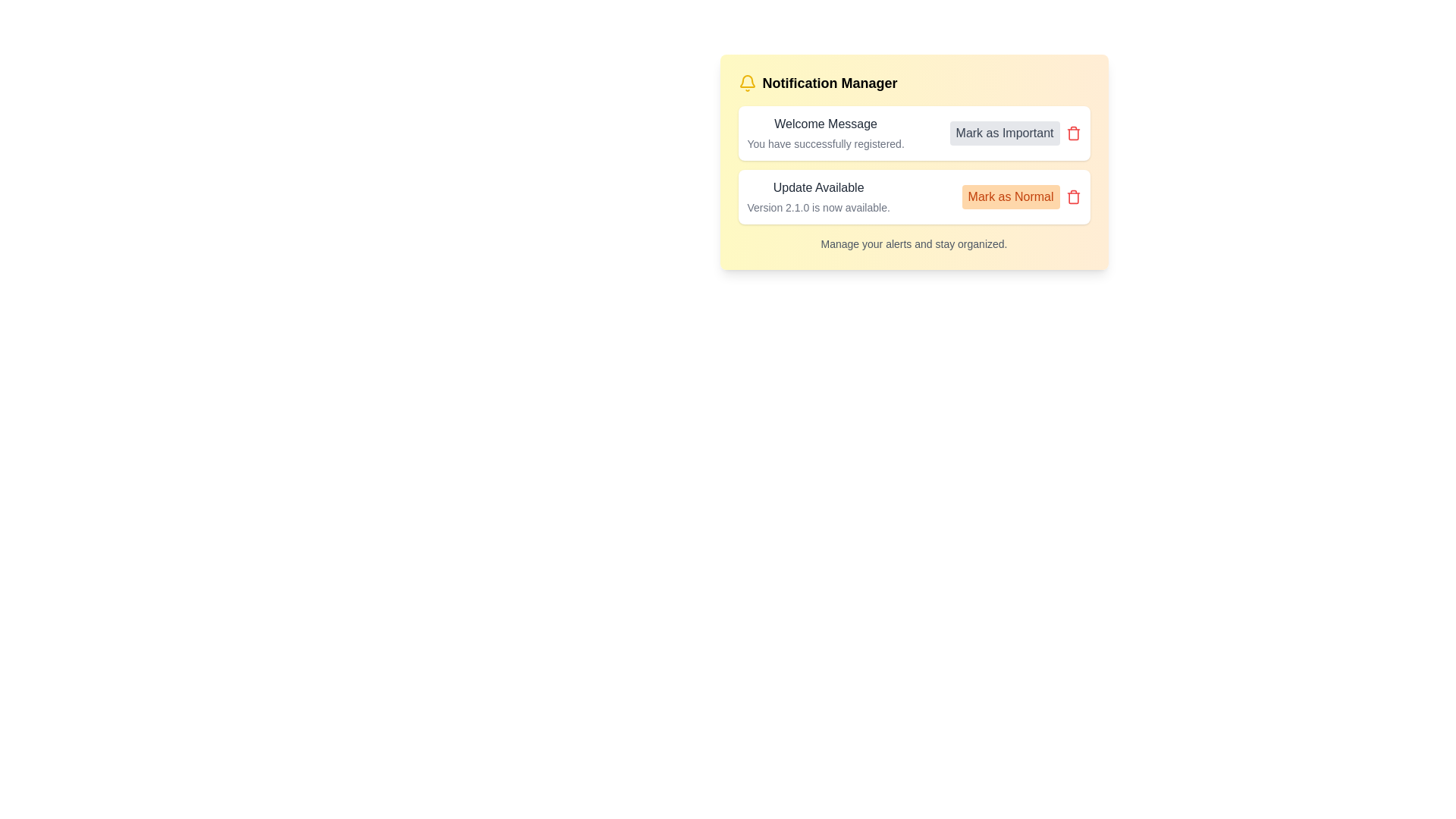 Image resolution: width=1456 pixels, height=819 pixels. What do you see at coordinates (817, 196) in the screenshot?
I see `the informational text block that provides details about the available update, version 2.1.0, which is the second card in the notification manager interface` at bounding box center [817, 196].